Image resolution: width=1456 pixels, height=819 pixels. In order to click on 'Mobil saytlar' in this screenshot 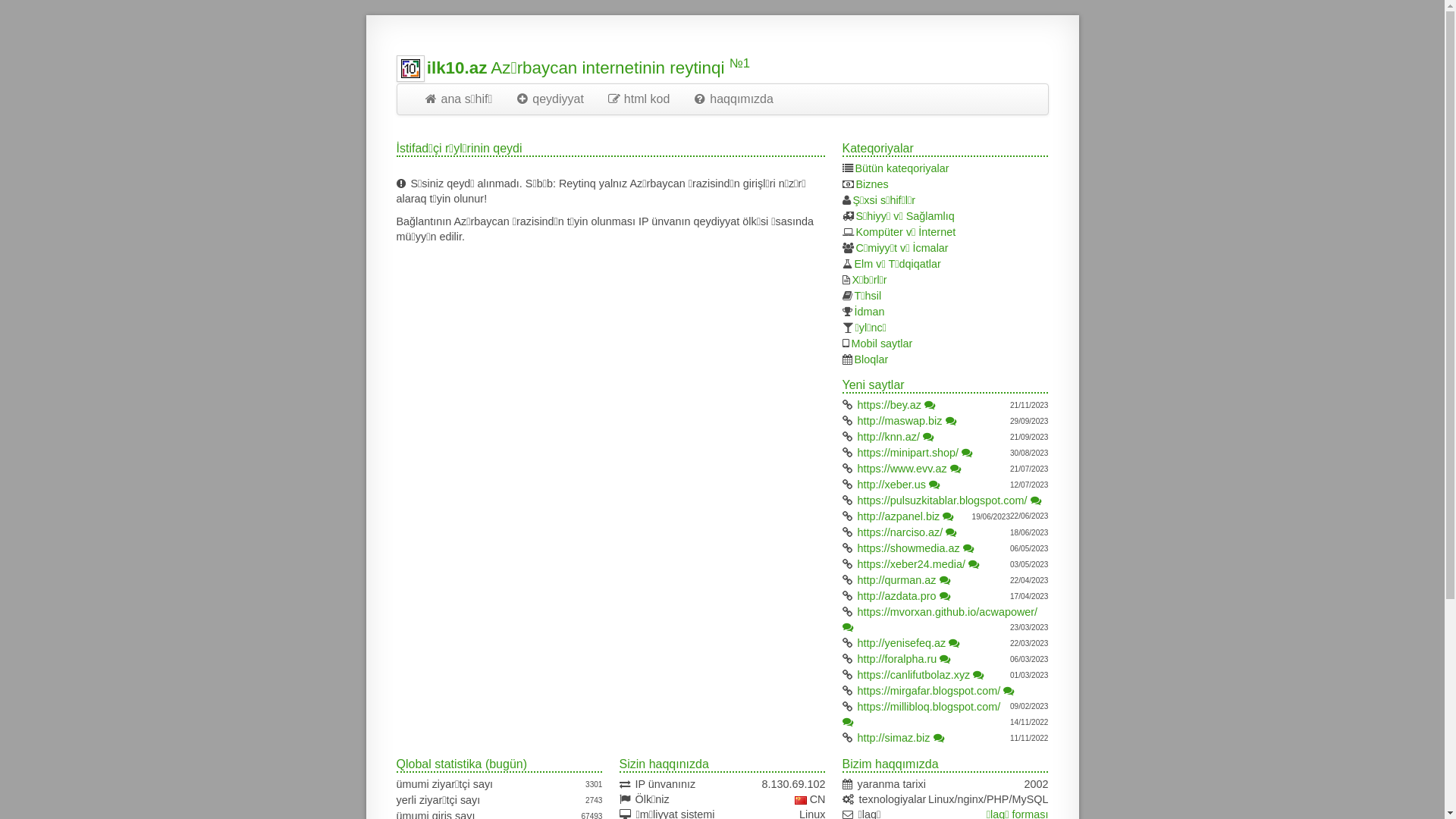, I will do `click(882, 343)`.